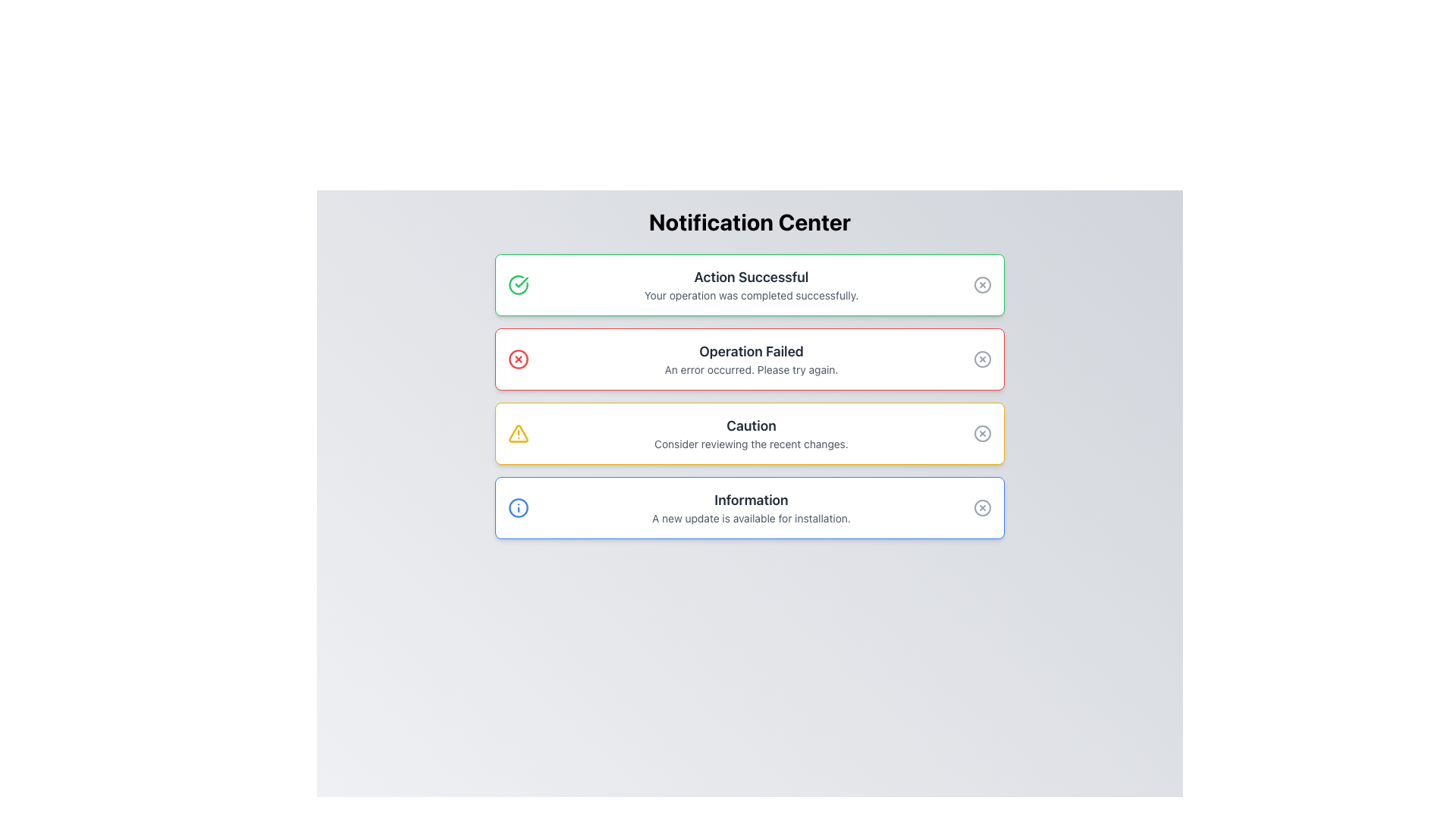  I want to click on the success message title text label in the Notification Center, which indicates the success of the user's action, so click(751, 278).